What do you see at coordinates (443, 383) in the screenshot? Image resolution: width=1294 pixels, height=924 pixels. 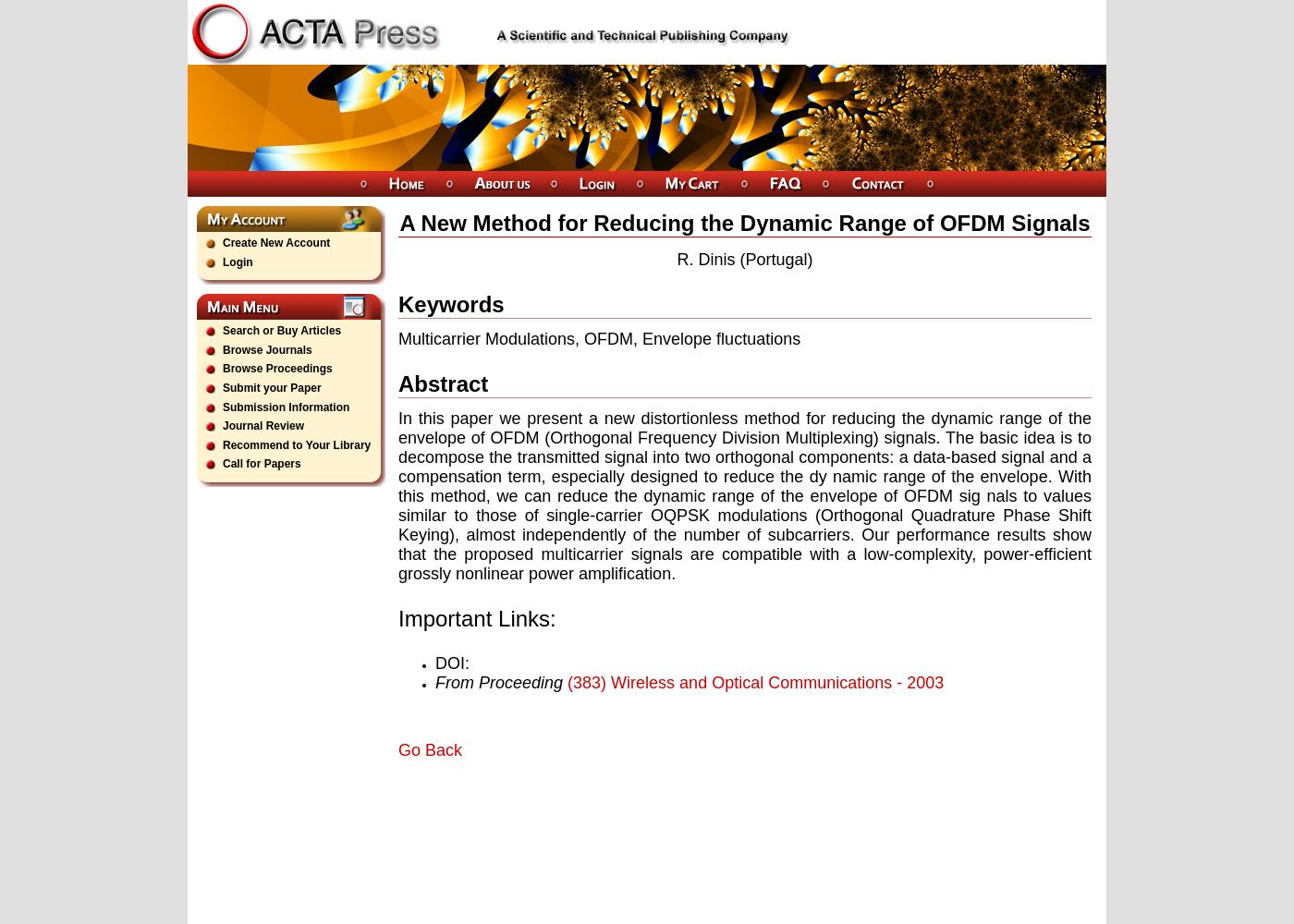 I see `'Abstract'` at bounding box center [443, 383].